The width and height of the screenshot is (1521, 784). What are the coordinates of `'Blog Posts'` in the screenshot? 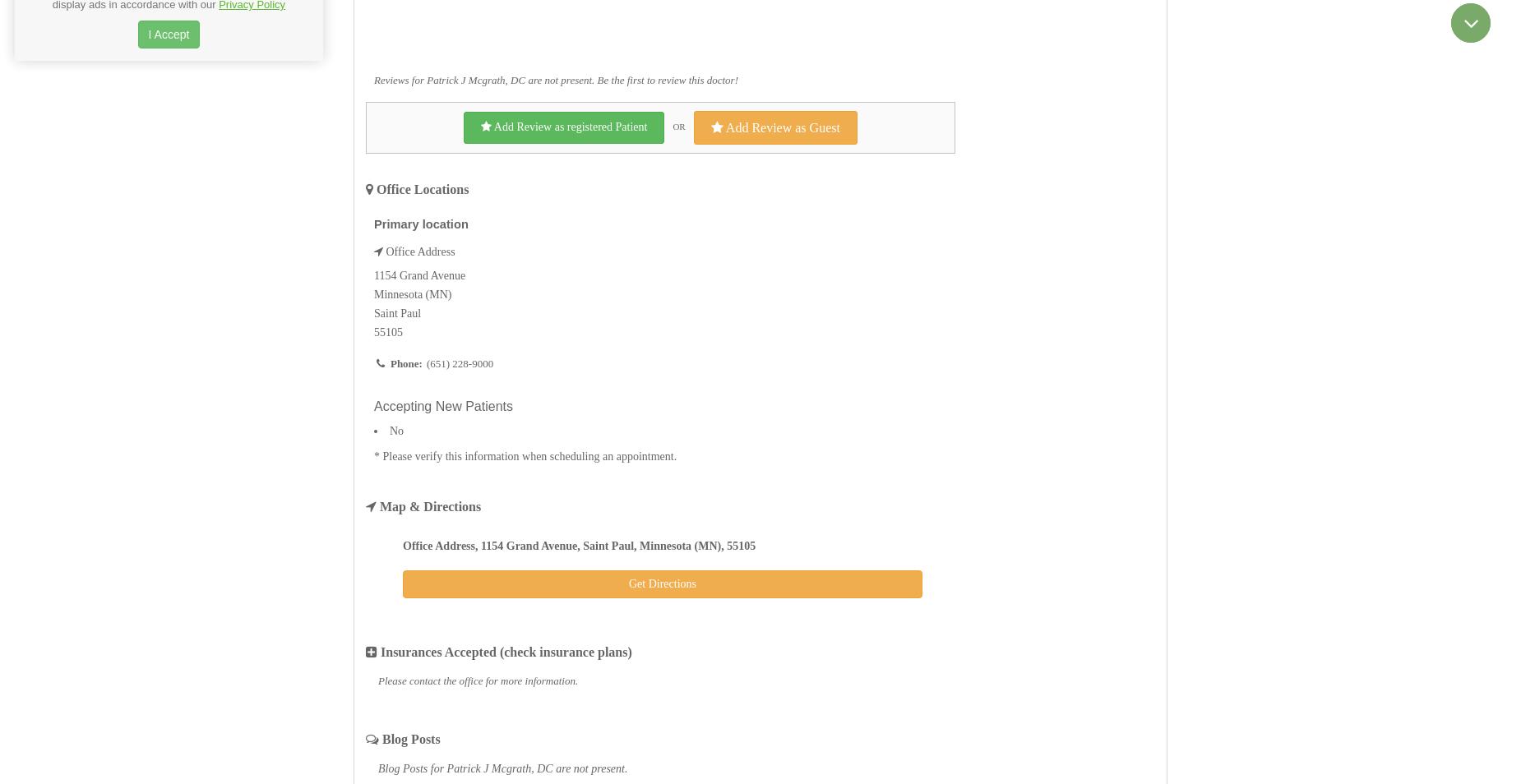 It's located at (409, 739).